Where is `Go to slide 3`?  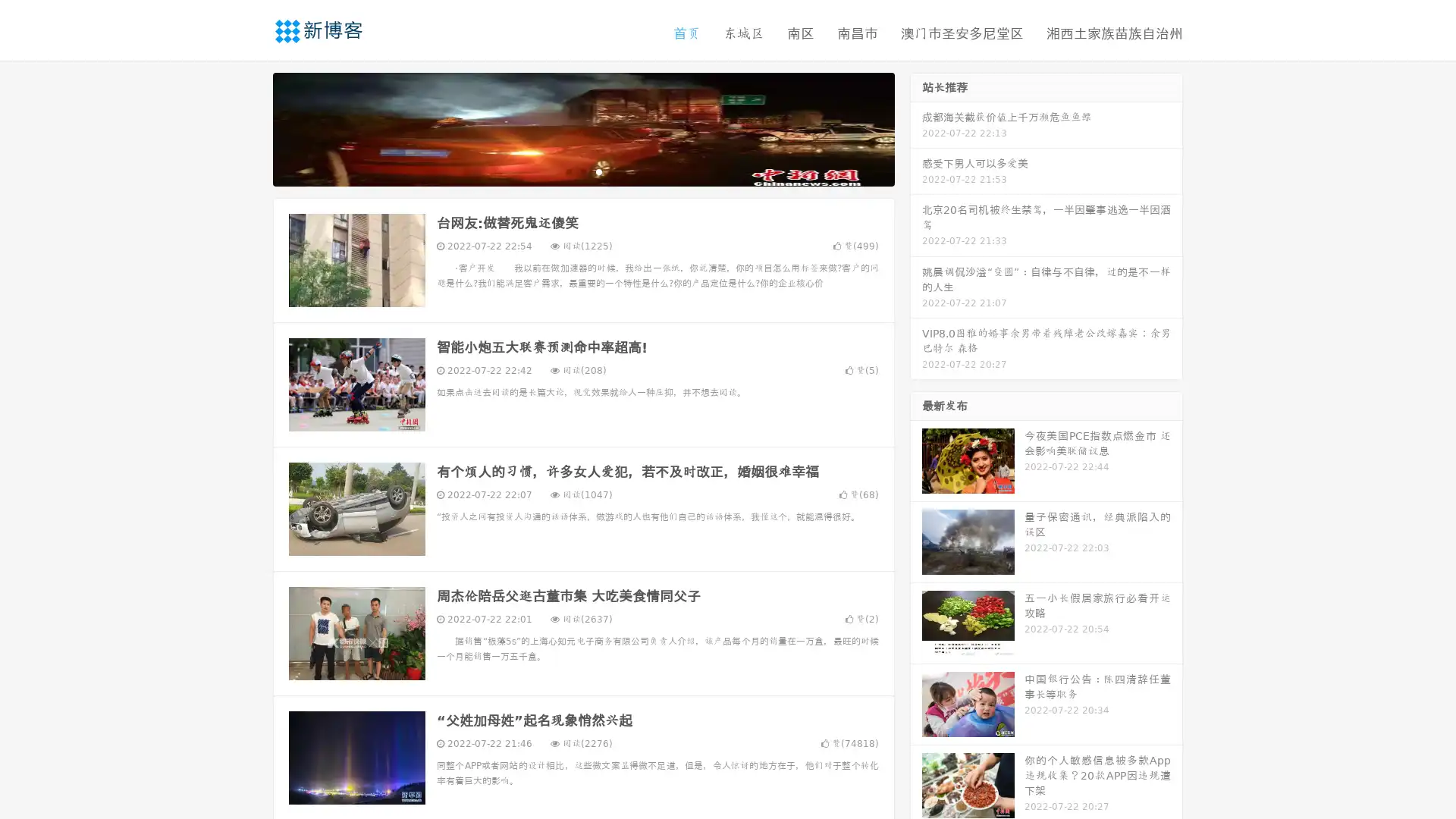 Go to slide 3 is located at coordinates (598, 171).